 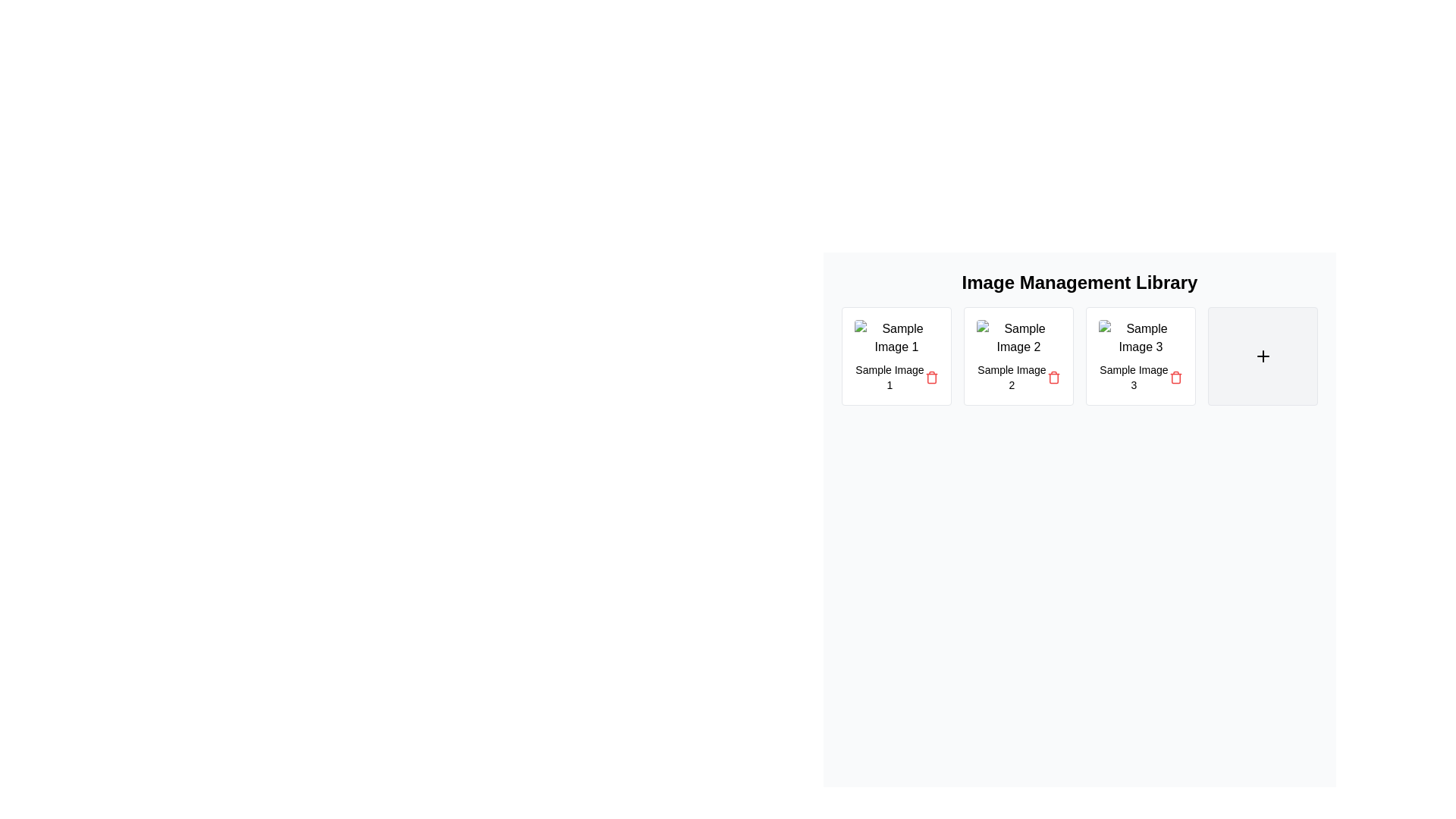 I want to click on the add item button located in the bottom-right corner of the 'Image Management Library' section, so click(x=1263, y=356).